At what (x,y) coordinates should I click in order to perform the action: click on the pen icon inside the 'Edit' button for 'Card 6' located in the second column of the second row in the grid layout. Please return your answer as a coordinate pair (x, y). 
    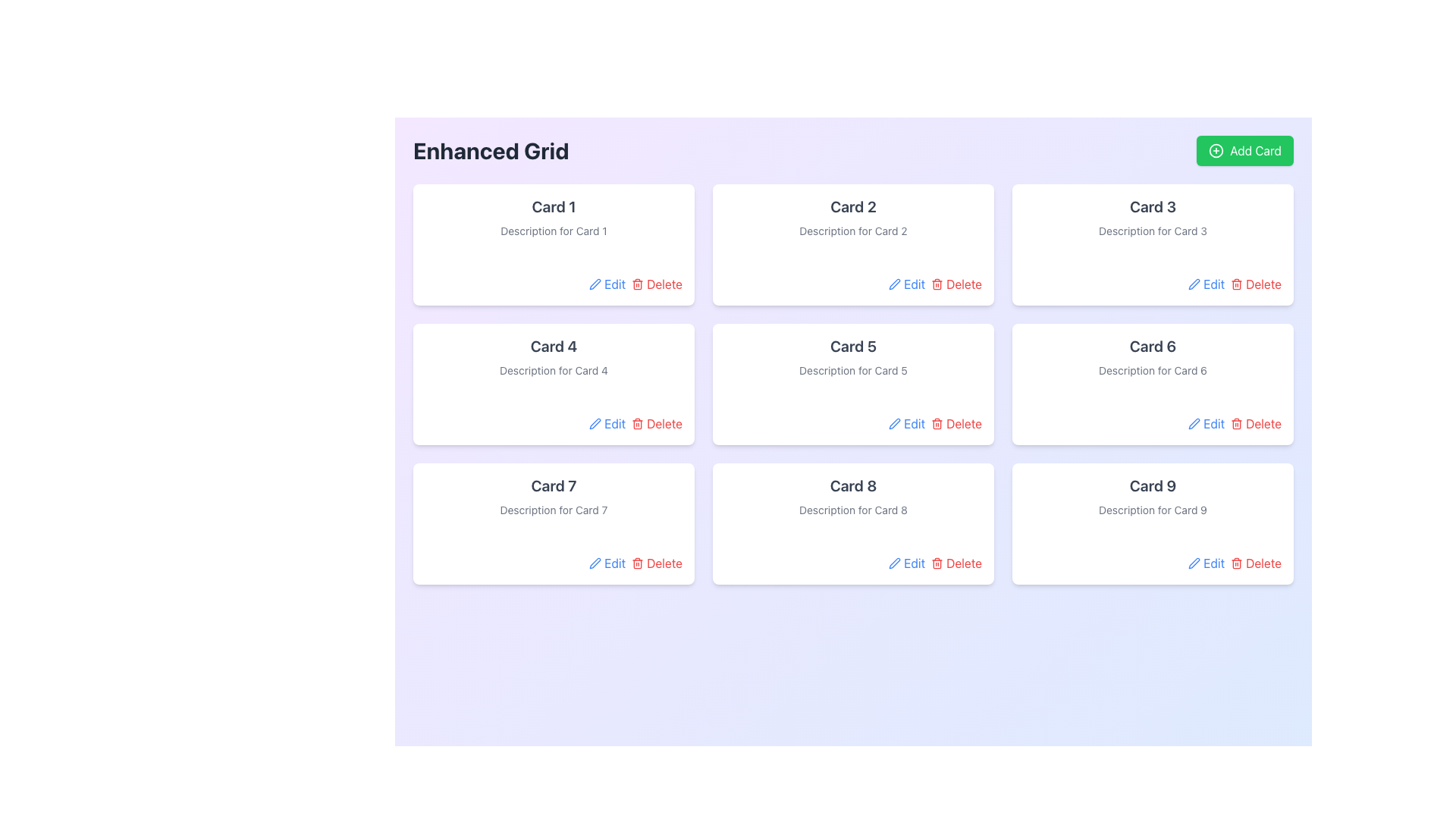
    Looking at the image, I should click on (1194, 424).